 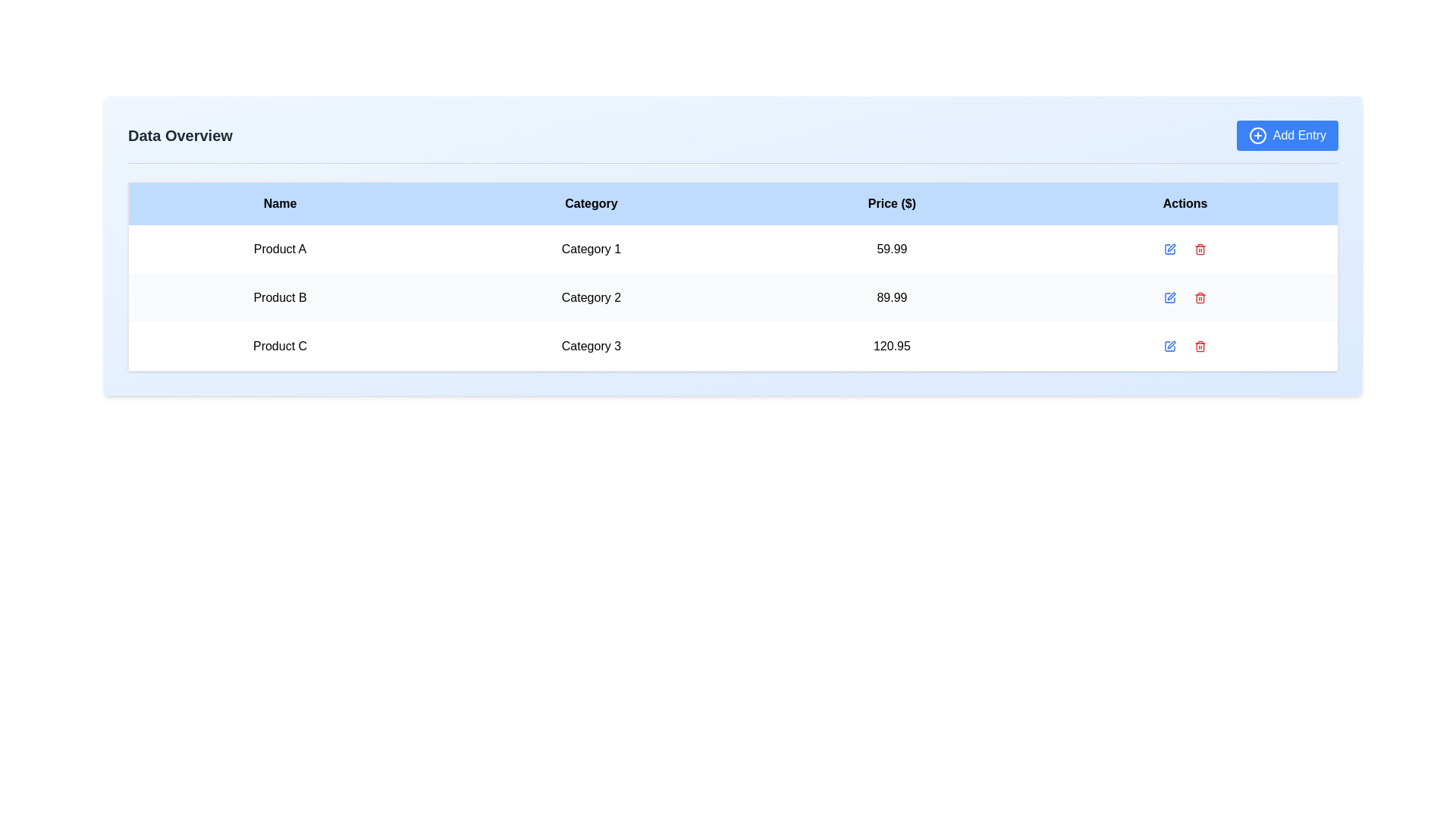 What do you see at coordinates (892, 298) in the screenshot?
I see `the price text label located in the third column of the second row of the table, which displays the price of the corresponding product` at bounding box center [892, 298].